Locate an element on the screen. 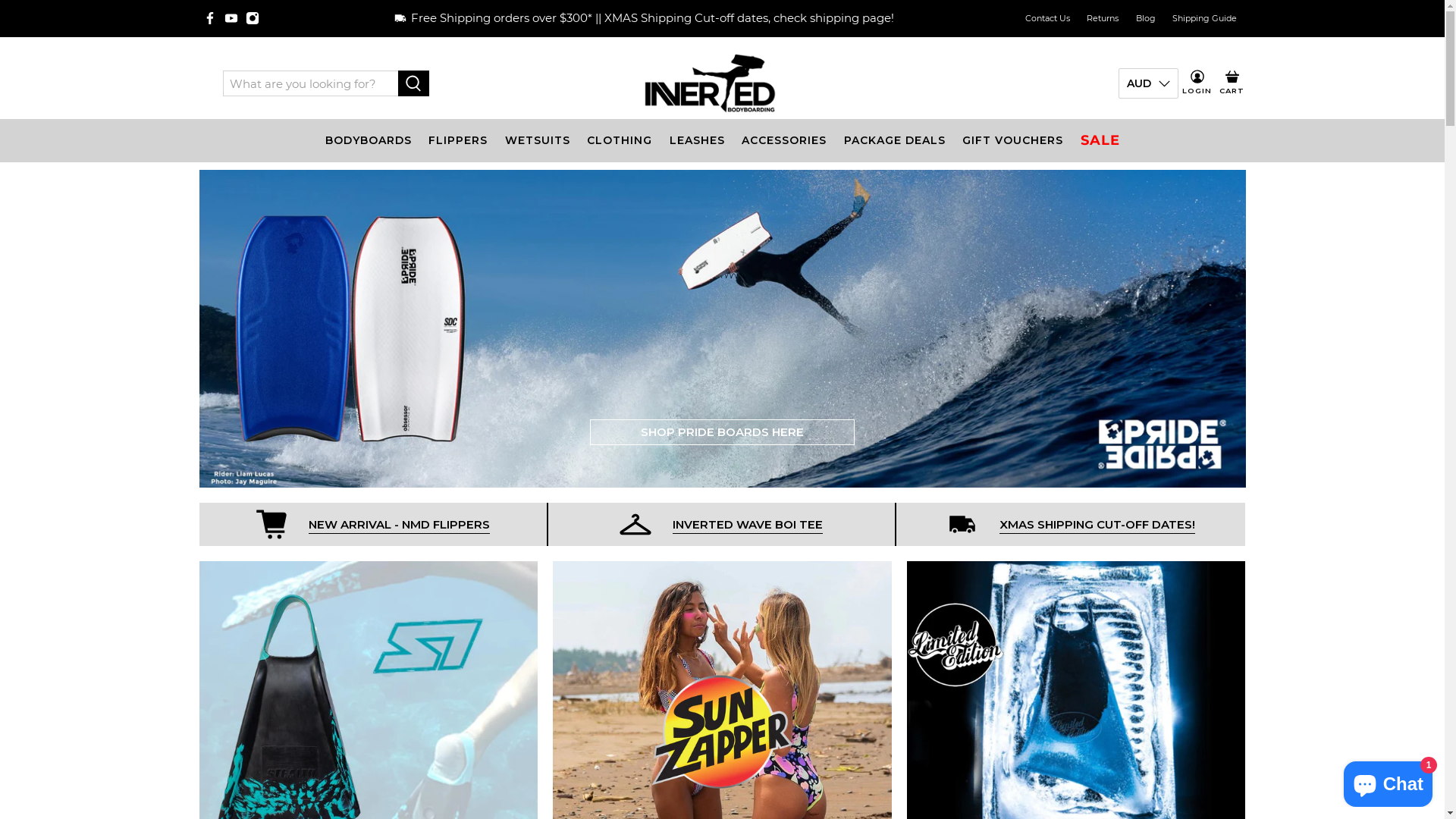 The width and height of the screenshot is (1456, 819). 'LOGIN' is located at coordinates (1196, 83).